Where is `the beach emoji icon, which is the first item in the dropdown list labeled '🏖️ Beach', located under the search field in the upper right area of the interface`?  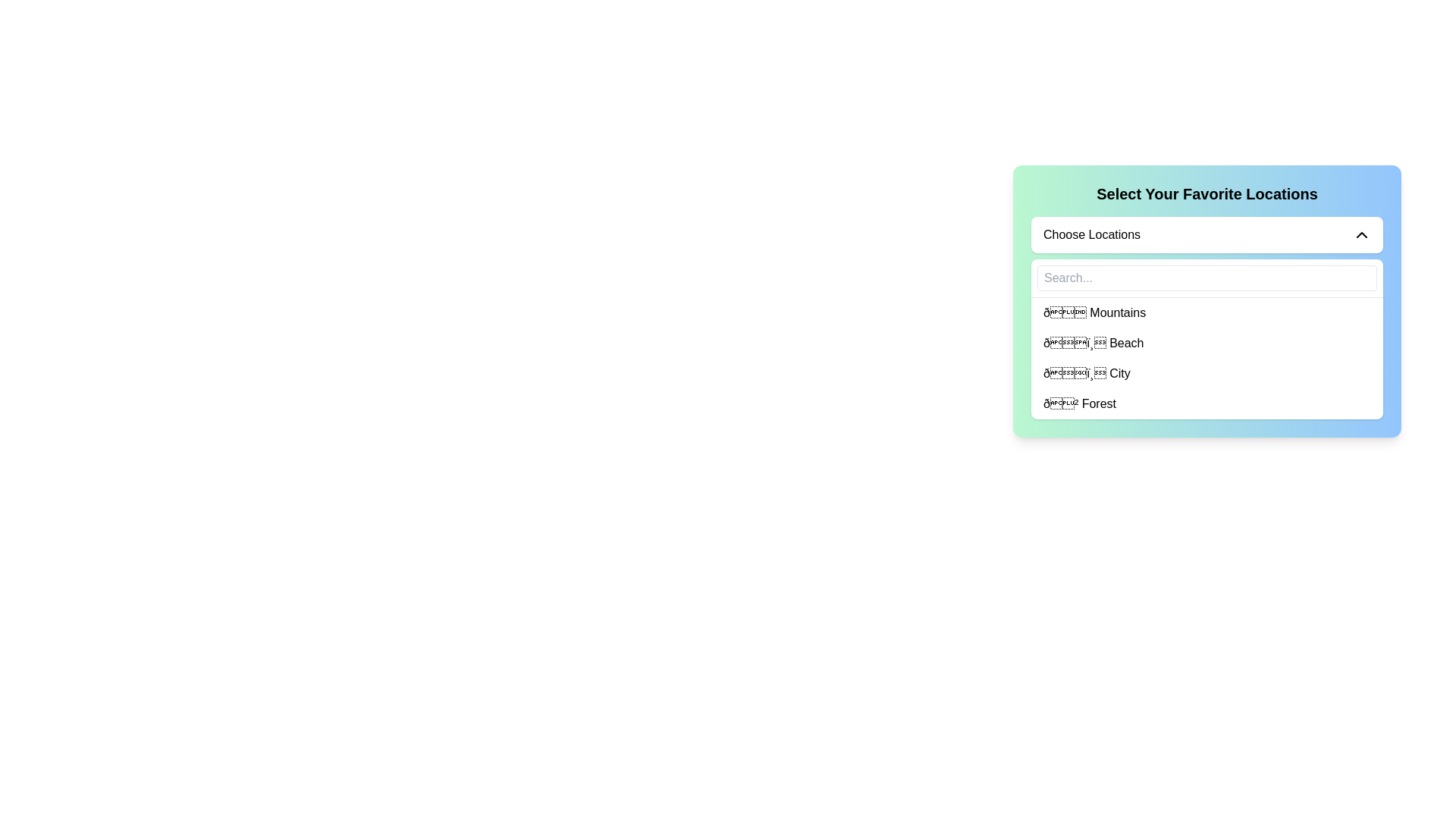
the beach emoji icon, which is the first item in the dropdown list labeled '🏖️ Beach', located under the search field in the upper right area of the interface is located at coordinates (1074, 343).